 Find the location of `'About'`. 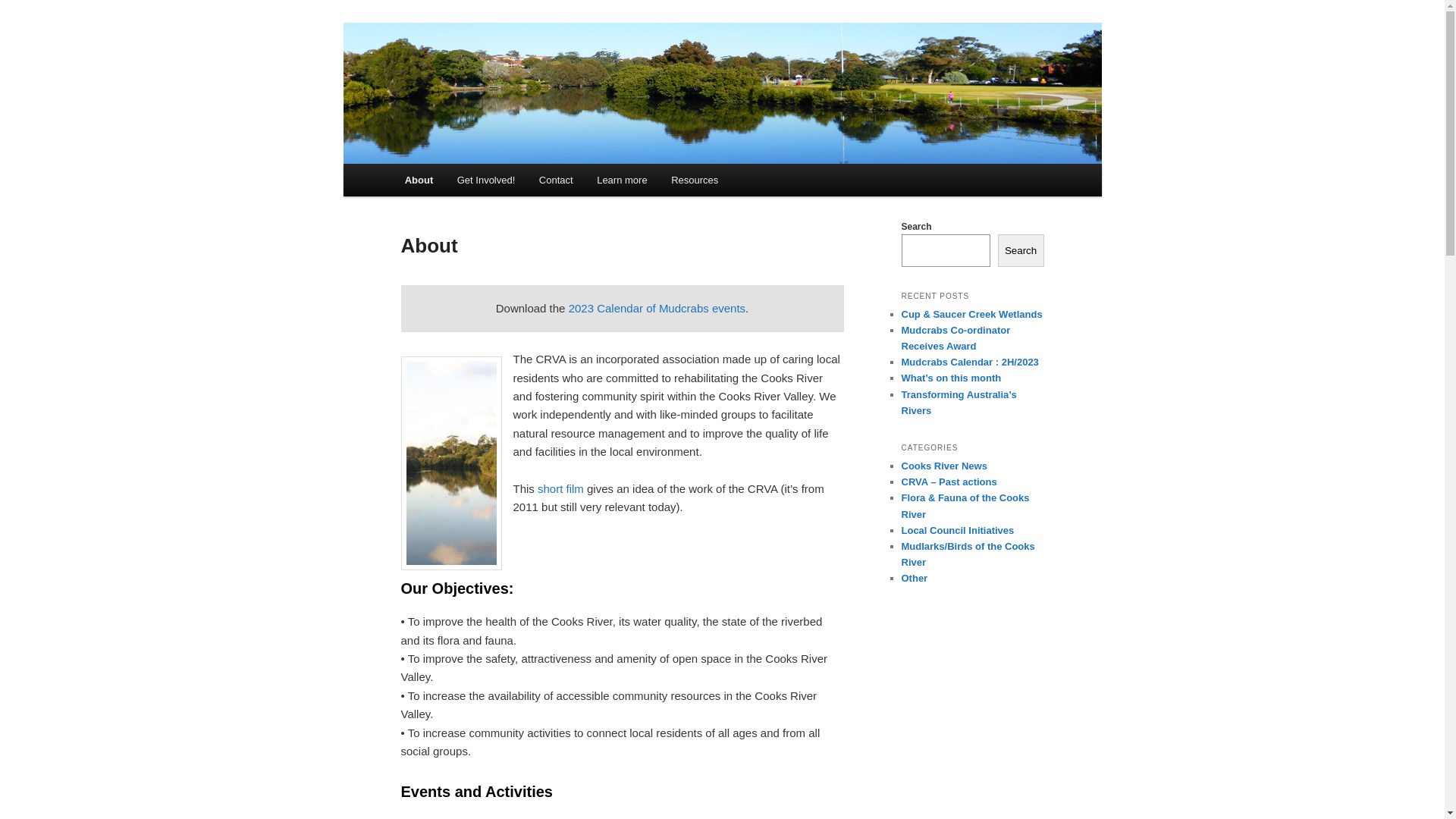

'About' is located at coordinates (419, 179).